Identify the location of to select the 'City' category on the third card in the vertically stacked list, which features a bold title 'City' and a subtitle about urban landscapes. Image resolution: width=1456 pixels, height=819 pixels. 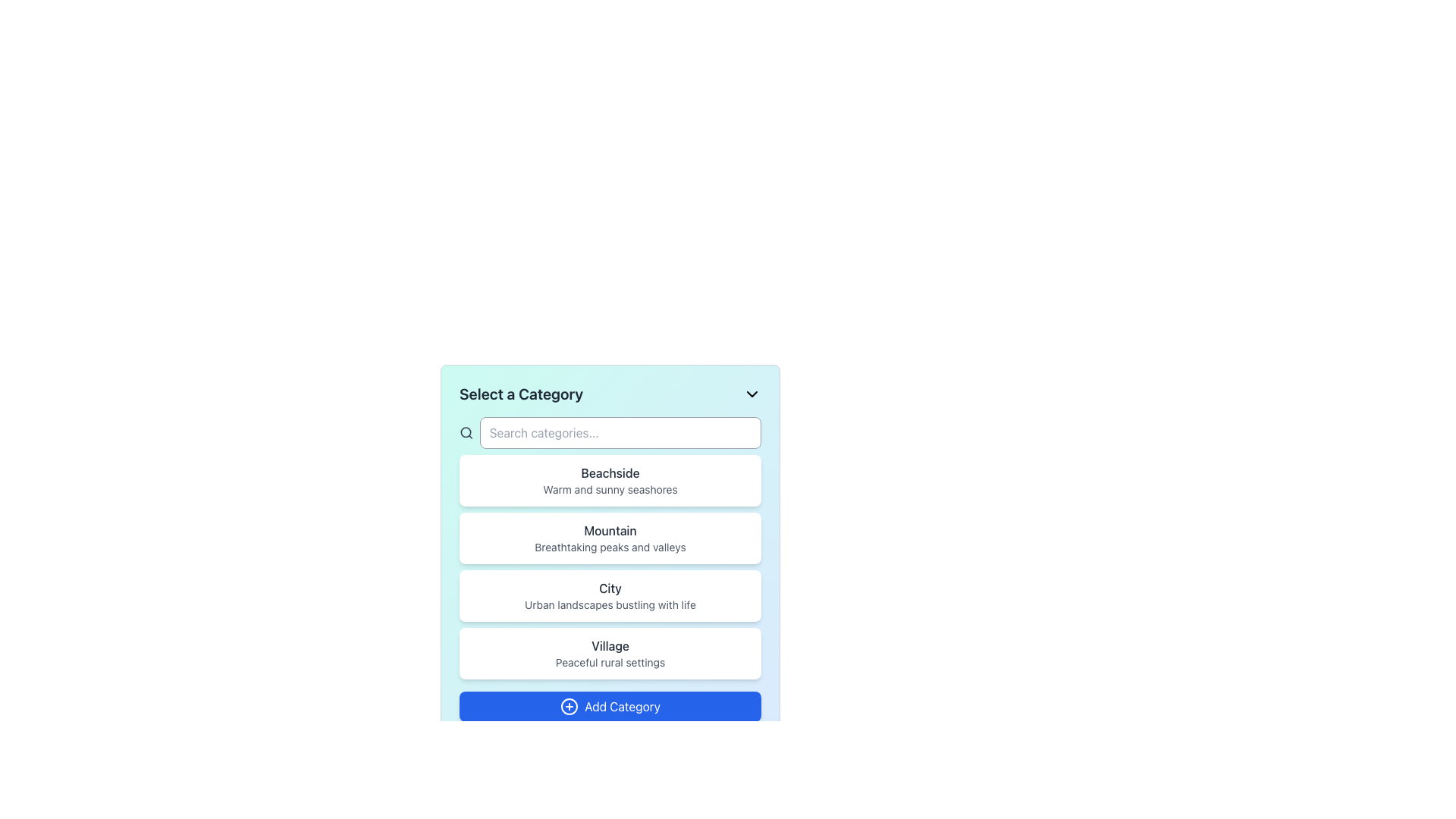
(610, 595).